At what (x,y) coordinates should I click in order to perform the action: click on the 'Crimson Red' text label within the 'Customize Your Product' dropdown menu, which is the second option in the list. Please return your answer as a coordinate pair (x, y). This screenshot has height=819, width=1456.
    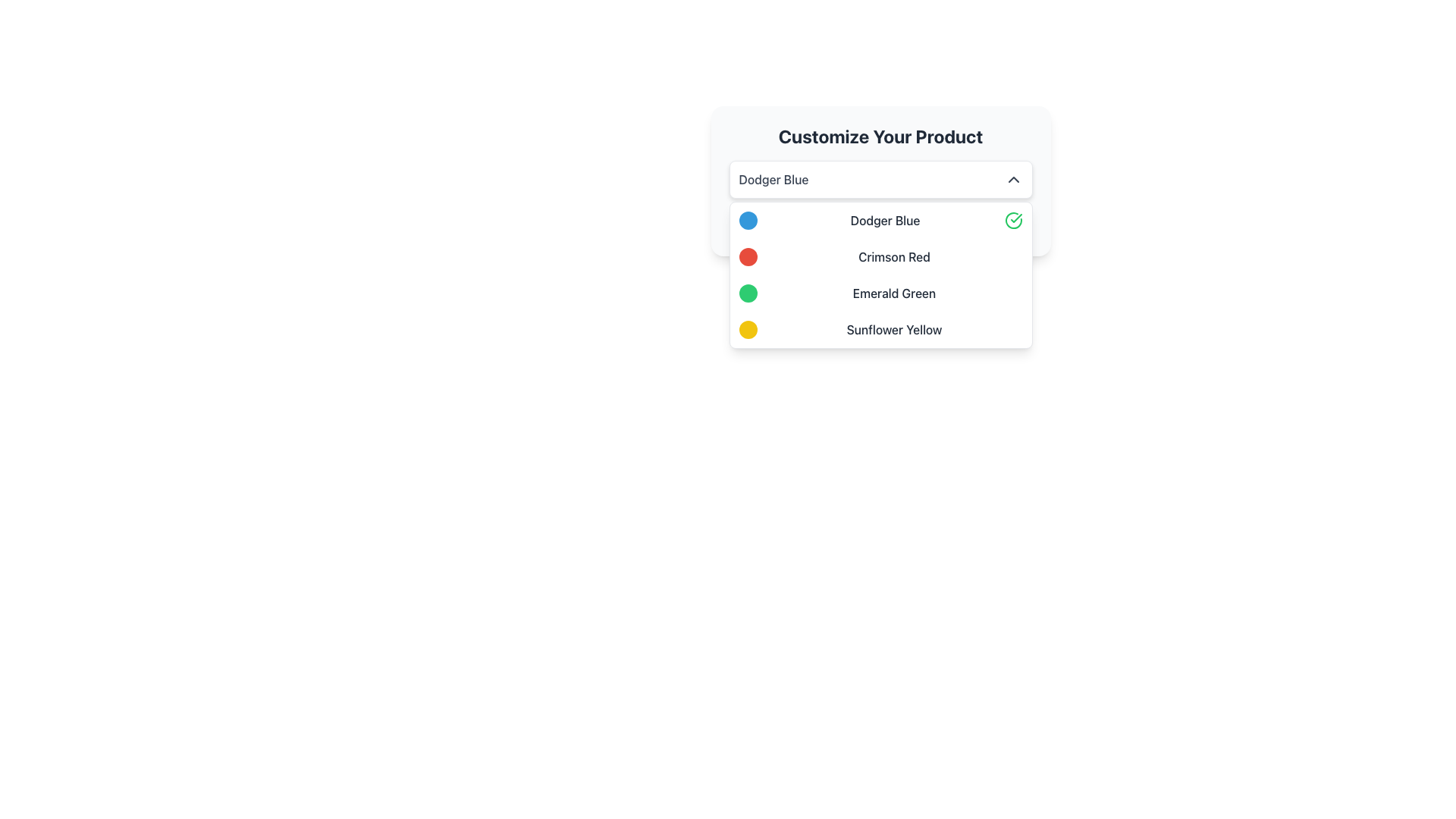
    Looking at the image, I should click on (894, 256).